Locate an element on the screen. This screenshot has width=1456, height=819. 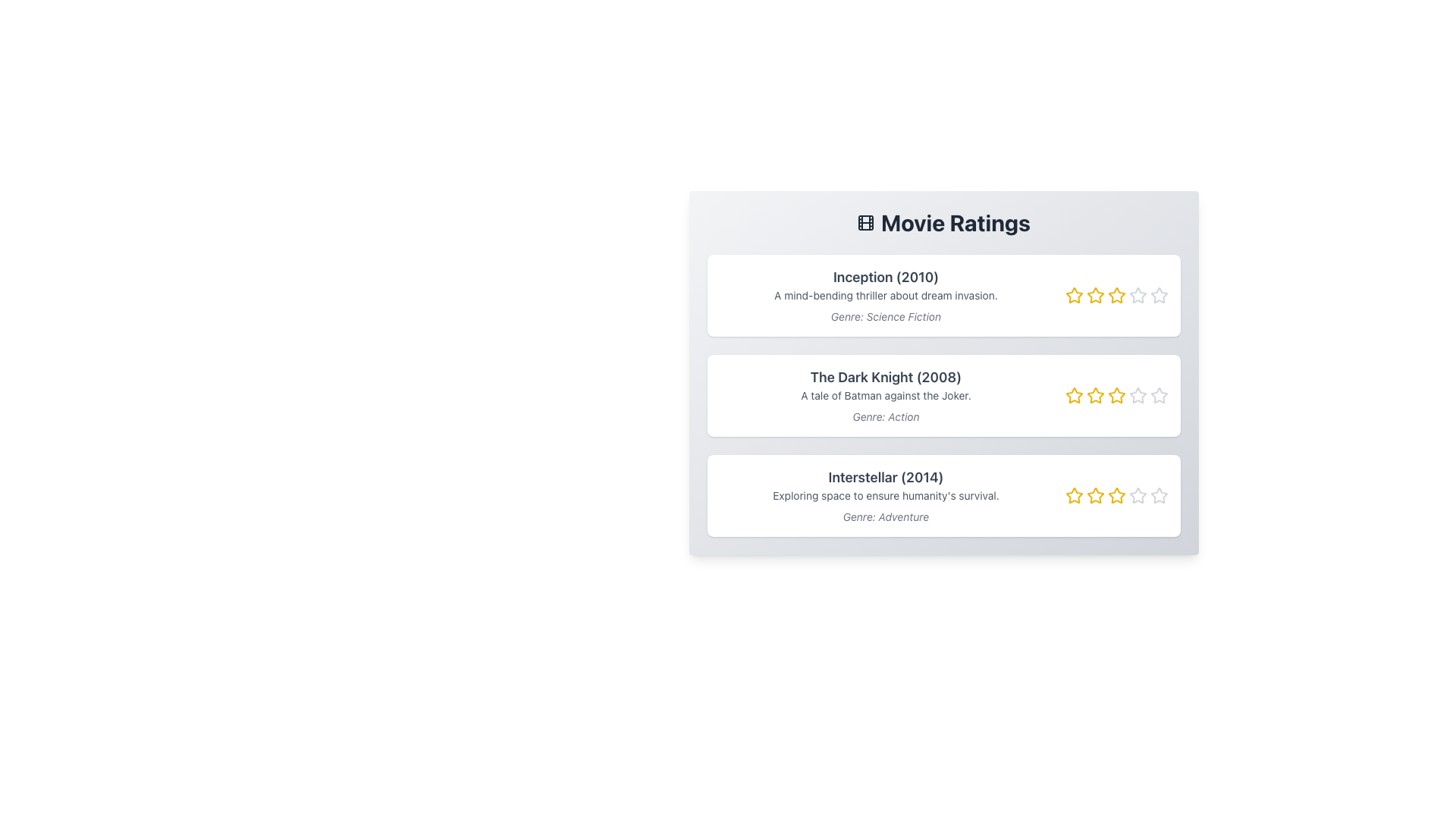
the fifth star icon in the rating component for 'Interstellar (2014)' is located at coordinates (1158, 496).